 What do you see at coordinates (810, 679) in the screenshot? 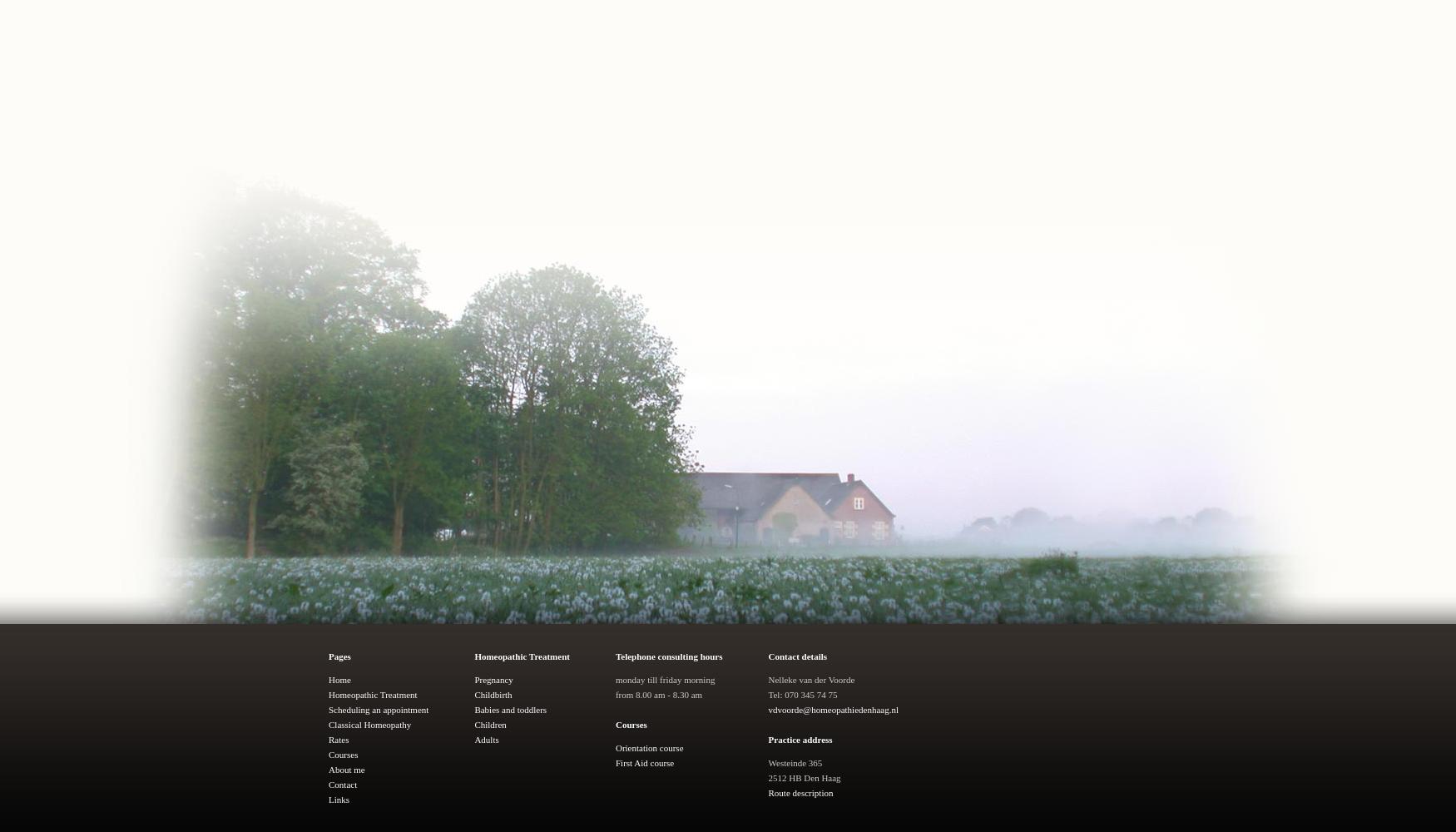
I see `'Nelleke van der Voorde'` at bounding box center [810, 679].